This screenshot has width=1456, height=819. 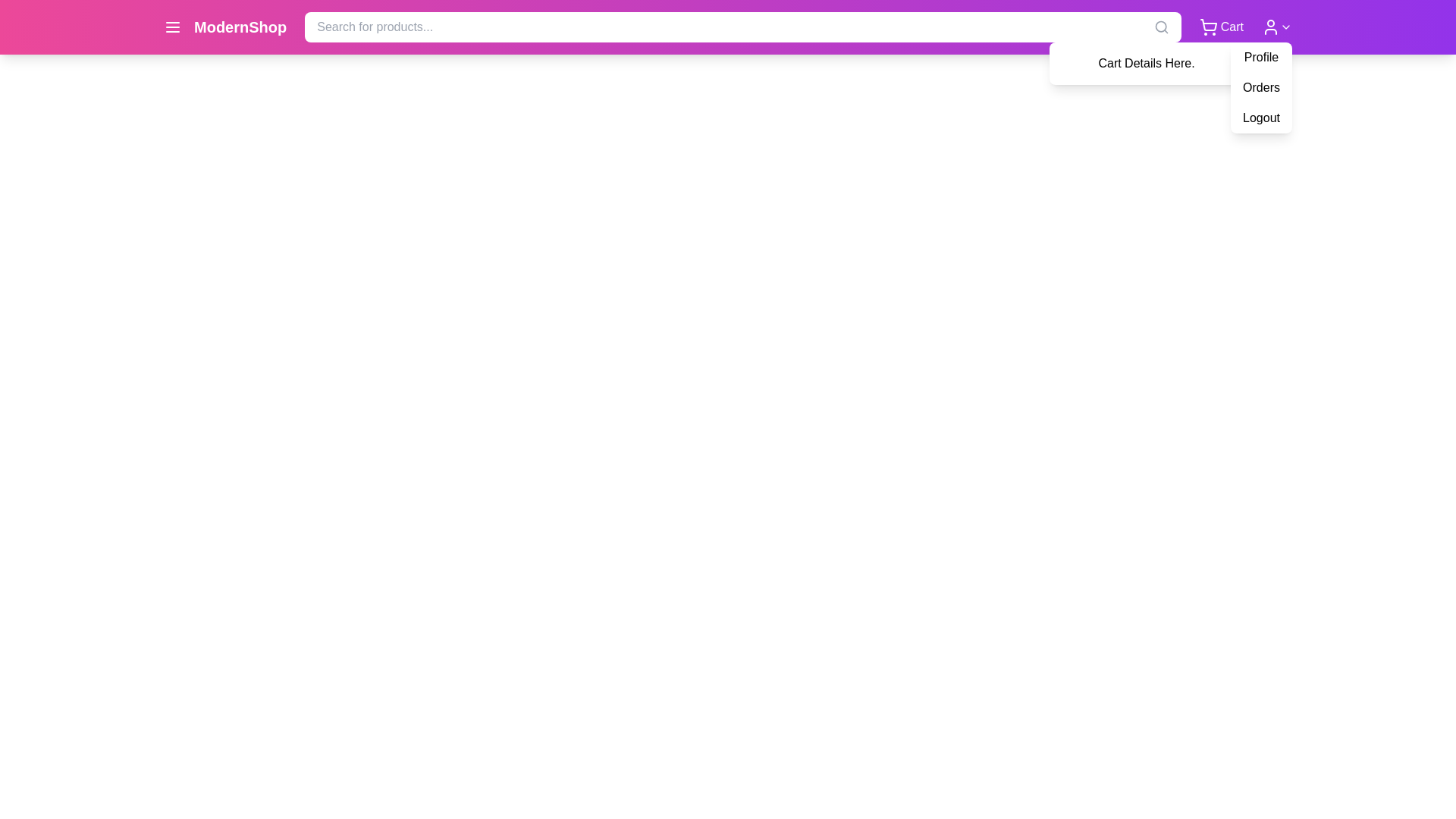 I want to click on the text label located in the top-right corner of the navigation bar, adjacent, so click(x=1232, y=27).